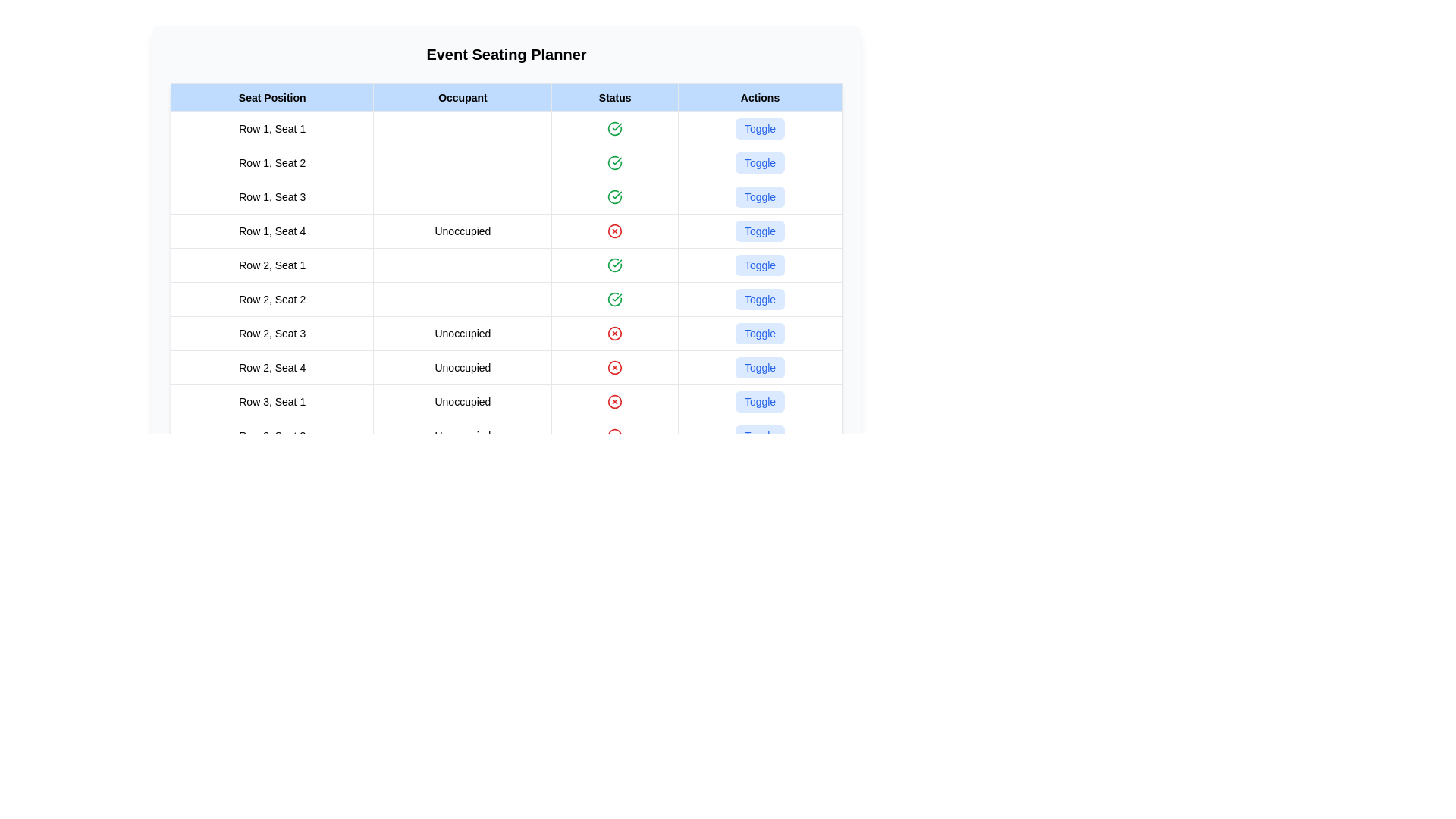 This screenshot has width=1456, height=819. What do you see at coordinates (506, 400) in the screenshot?
I see `the red cross icon in the table row for 'Row 3, Seat 1' under the 'Status' column in the seating planner` at bounding box center [506, 400].